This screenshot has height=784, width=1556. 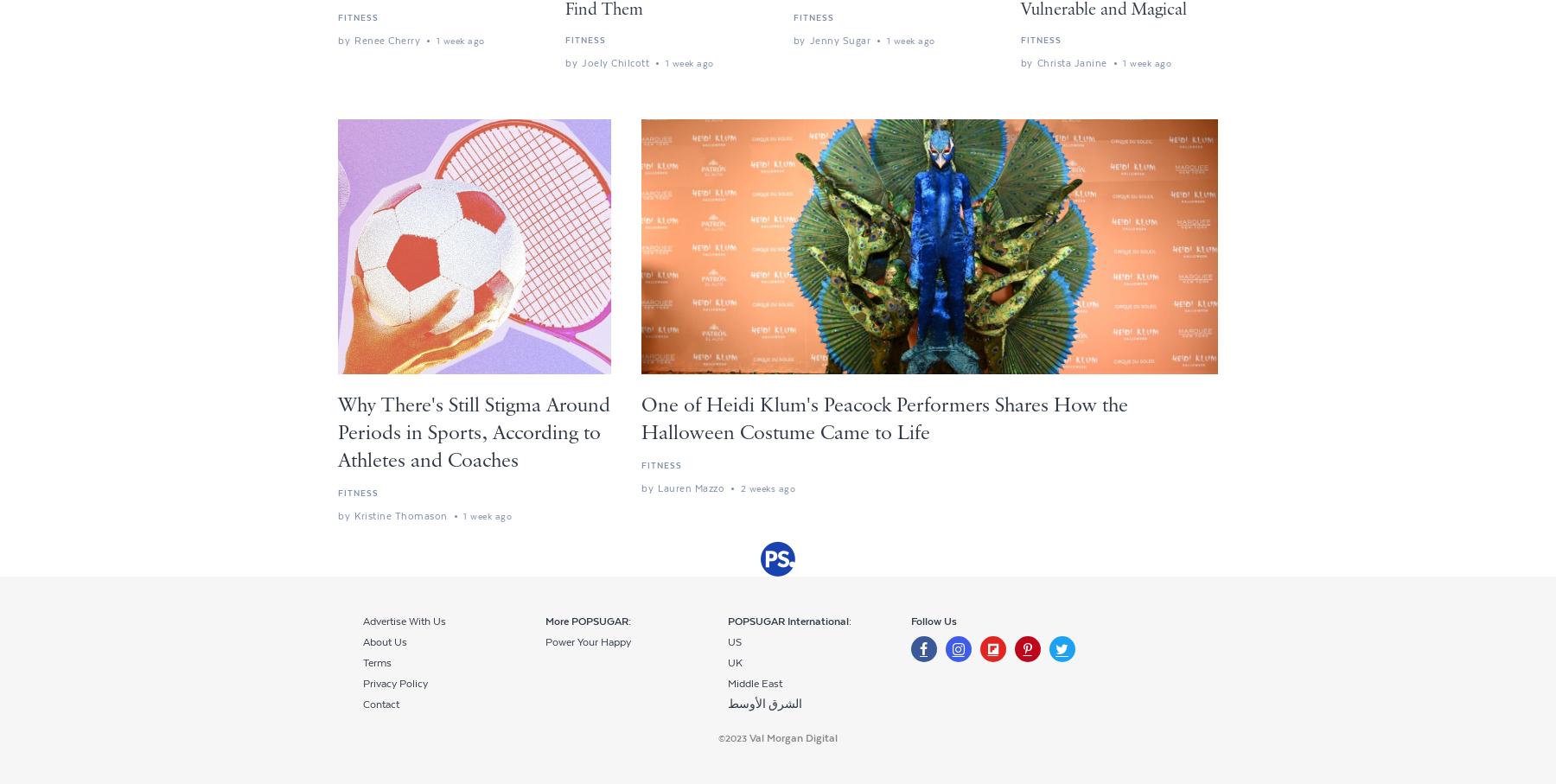 What do you see at coordinates (615, 63) in the screenshot?
I see `'joely chilcott'` at bounding box center [615, 63].